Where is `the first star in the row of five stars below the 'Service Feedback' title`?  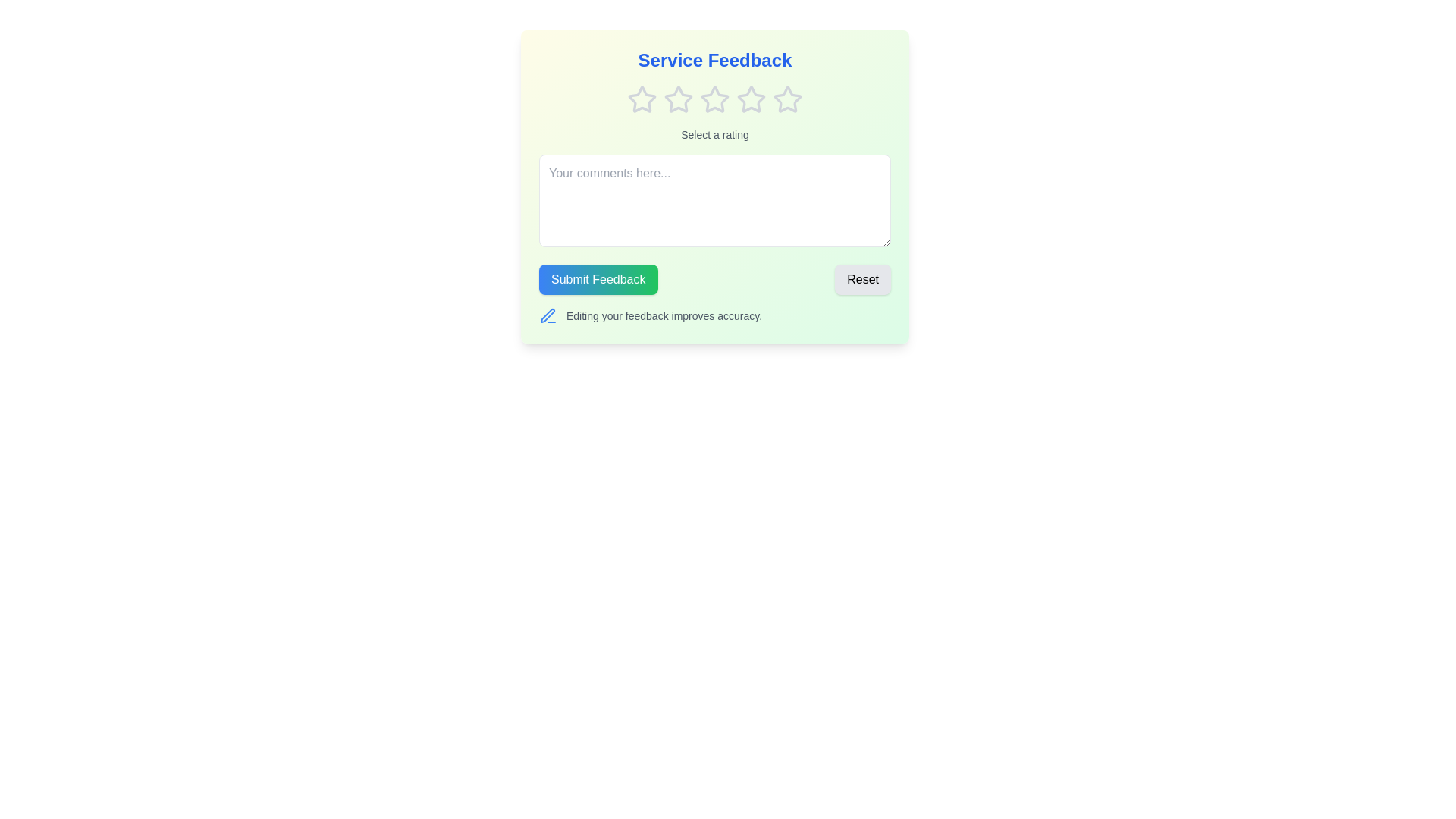
the first star in the row of five stars below the 'Service Feedback' title is located at coordinates (642, 99).